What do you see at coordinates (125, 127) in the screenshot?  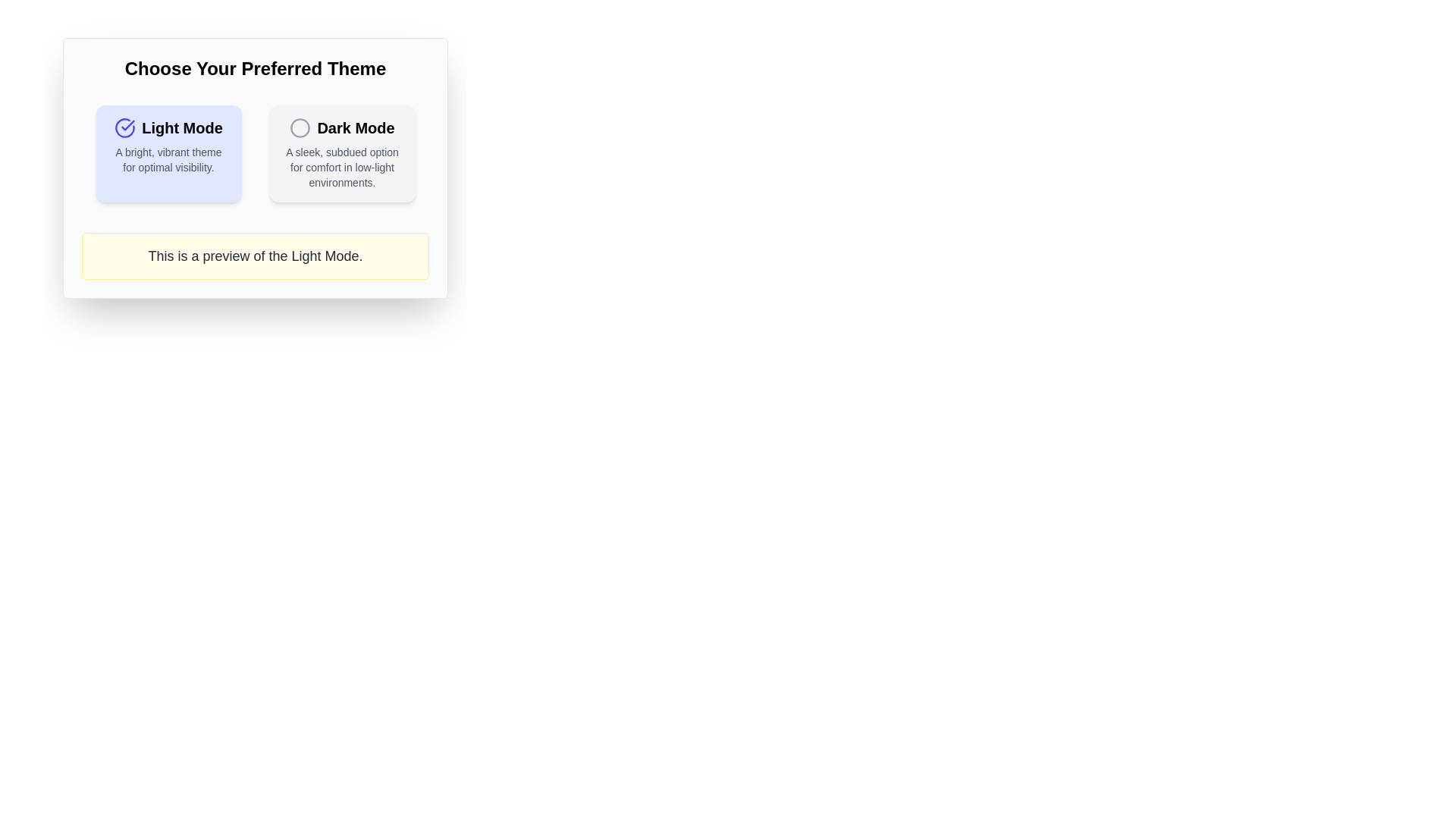 I see `the vibrant indigo circular icon with a checkmark located to the left of the 'Light Mode' text` at bounding box center [125, 127].